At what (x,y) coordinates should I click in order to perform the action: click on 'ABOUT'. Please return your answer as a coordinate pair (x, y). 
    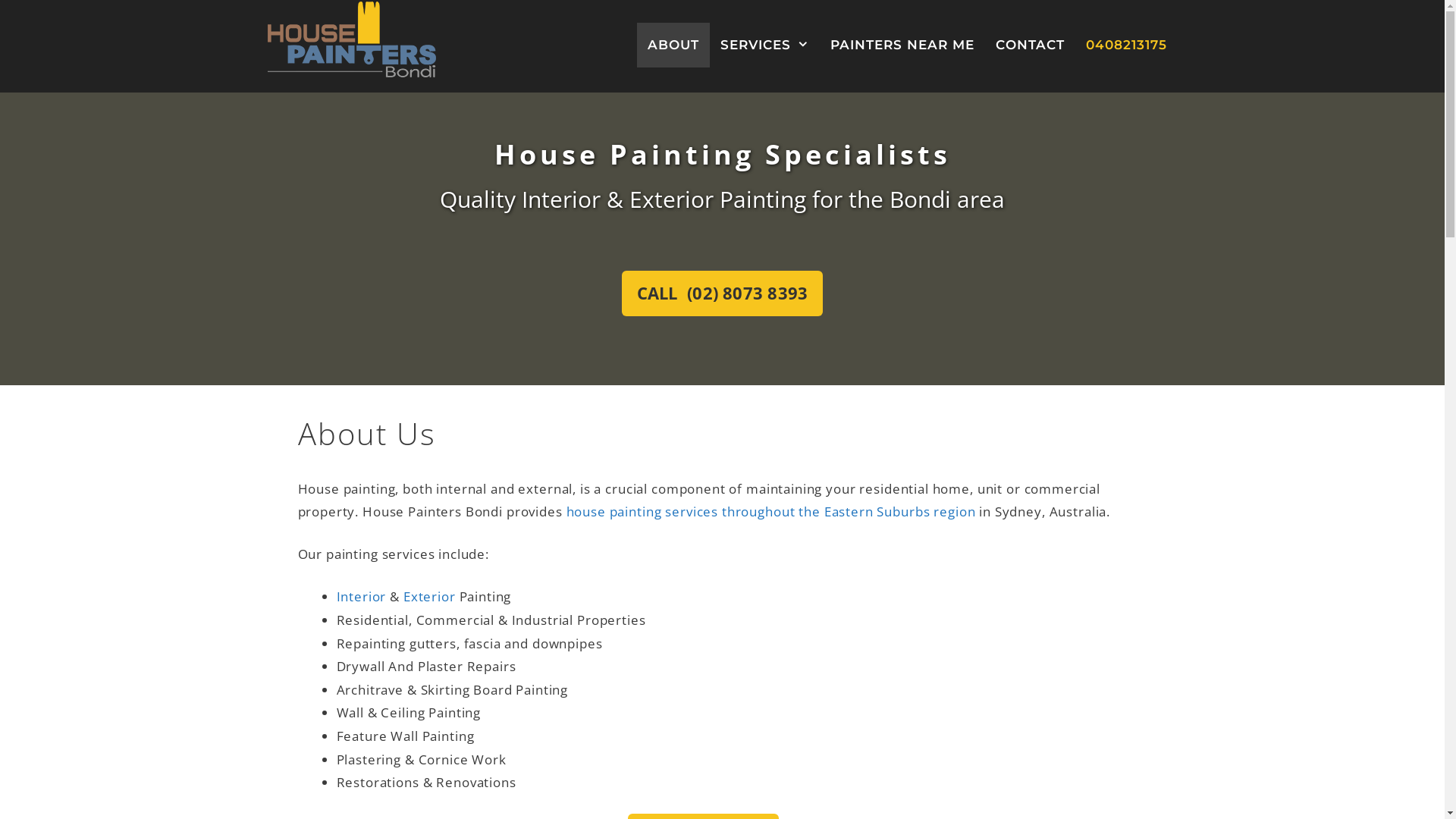
    Looking at the image, I should click on (673, 44).